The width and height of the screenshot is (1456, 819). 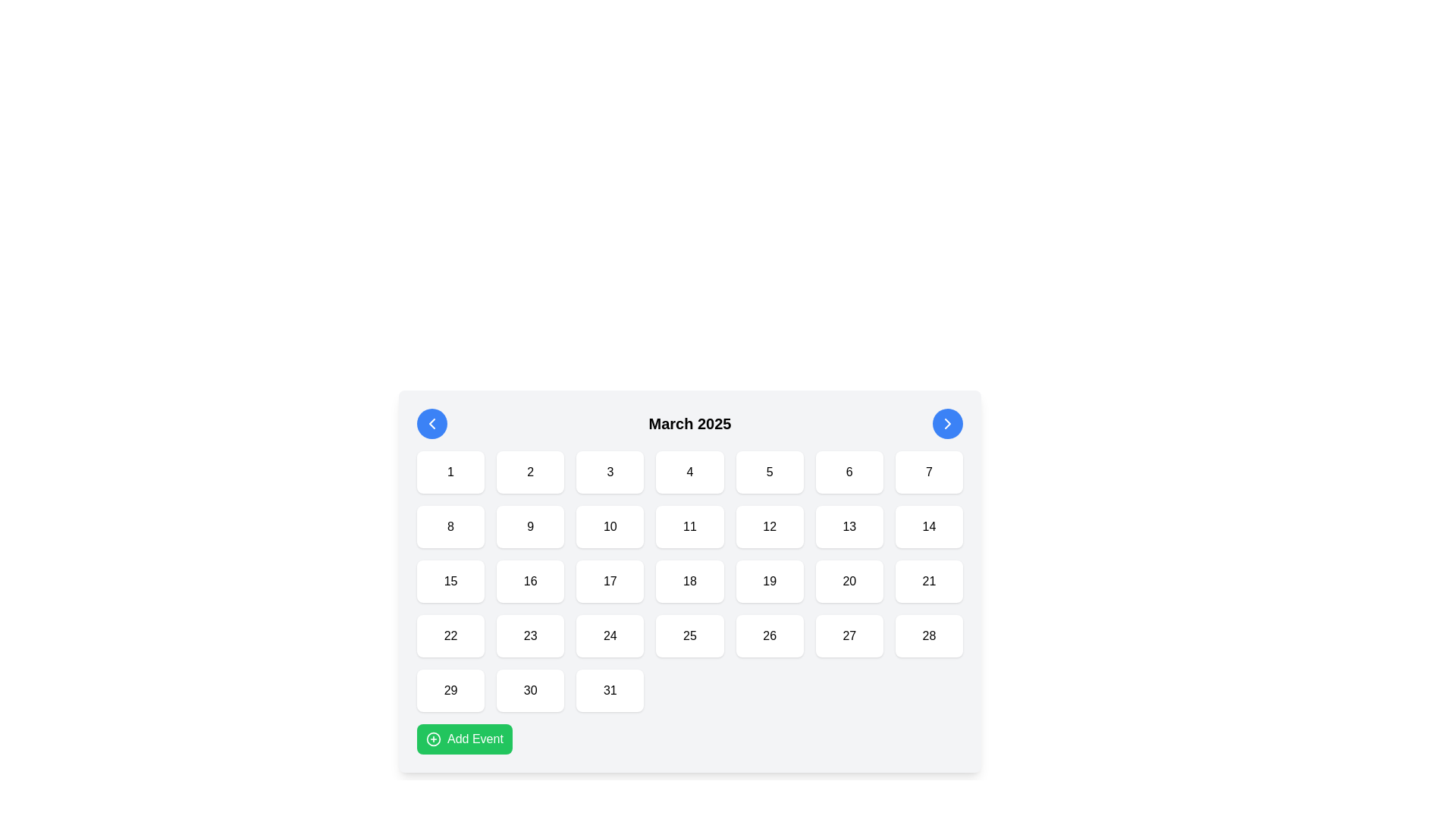 What do you see at coordinates (689, 424) in the screenshot?
I see `the Text Label displaying 'March 2025', which indicates the current month and year of the calendar, located at the top section of the calendar panel` at bounding box center [689, 424].